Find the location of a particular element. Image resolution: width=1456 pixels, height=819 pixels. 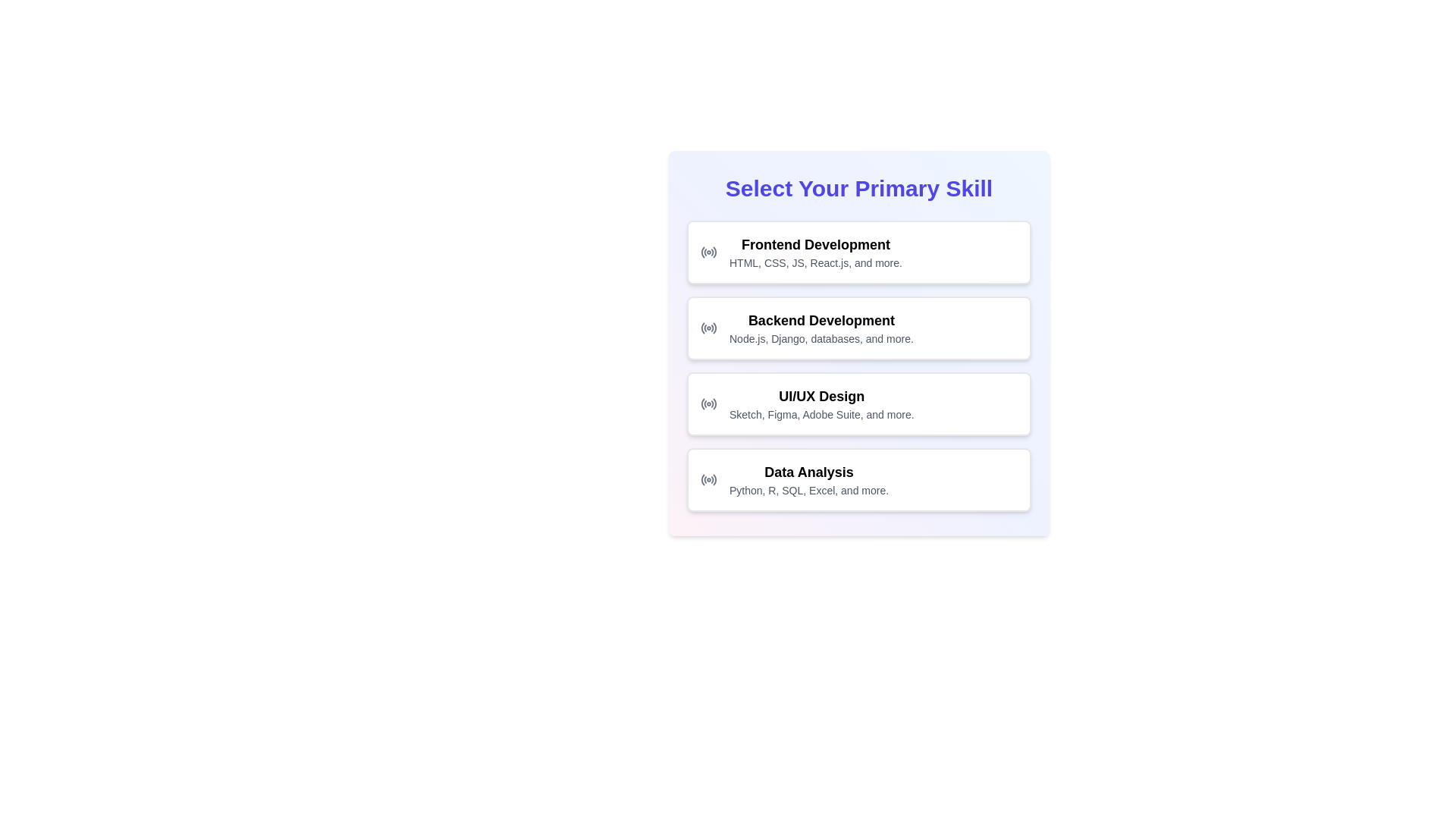

the innermost SVG curve of the left wave group in the radio wave icon for the UI/UX Design option, as it may have interactive behavior is located at coordinates (702, 403).